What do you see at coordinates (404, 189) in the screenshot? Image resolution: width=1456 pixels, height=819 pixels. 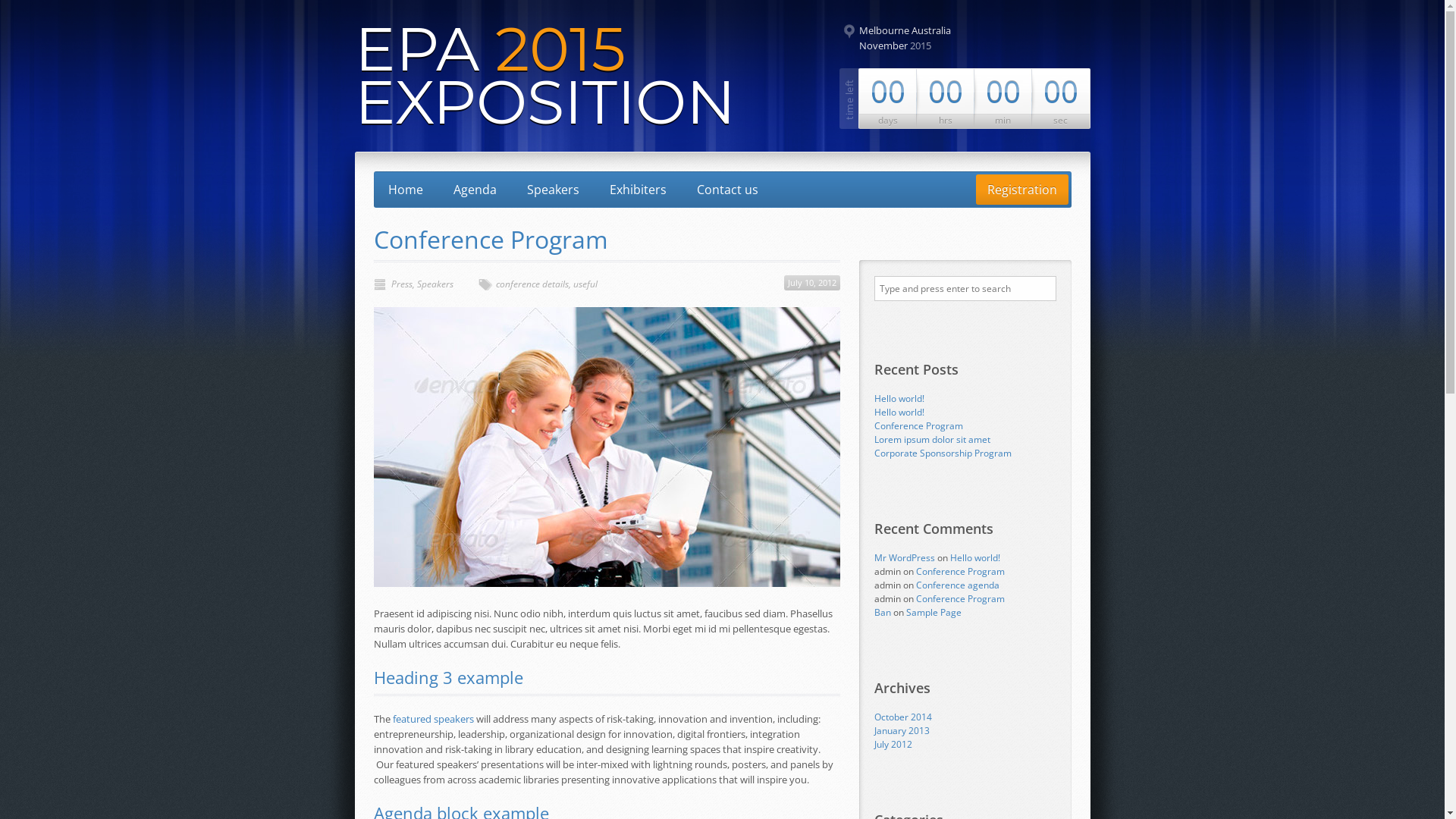 I see `'Home'` at bounding box center [404, 189].